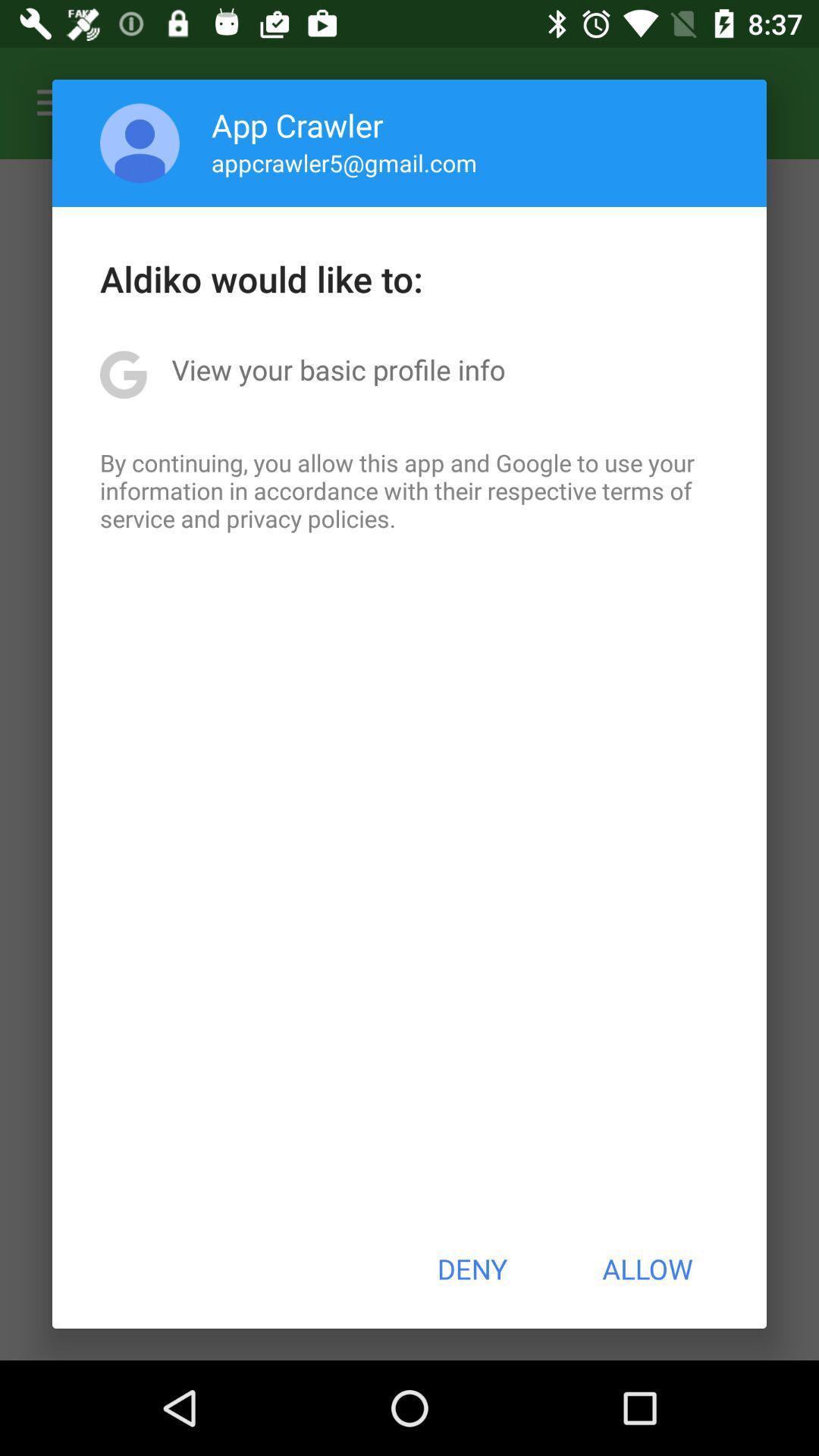 This screenshot has height=1456, width=819. I want to click on the icon above the by continuing you item, so click(337, 369).